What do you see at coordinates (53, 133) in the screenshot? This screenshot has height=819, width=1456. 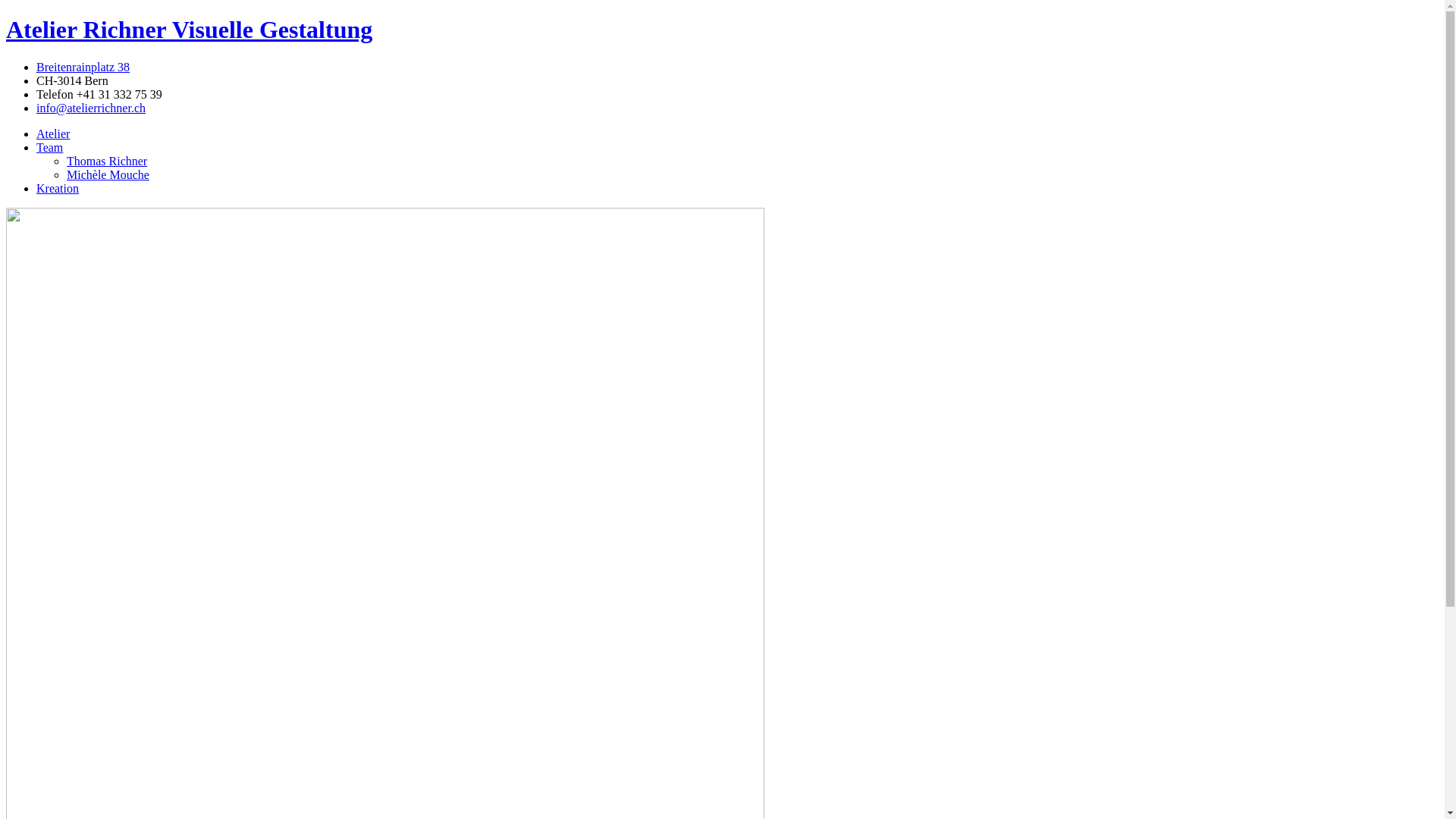 I see `'Atelier'` at bounding box center [53, 133].